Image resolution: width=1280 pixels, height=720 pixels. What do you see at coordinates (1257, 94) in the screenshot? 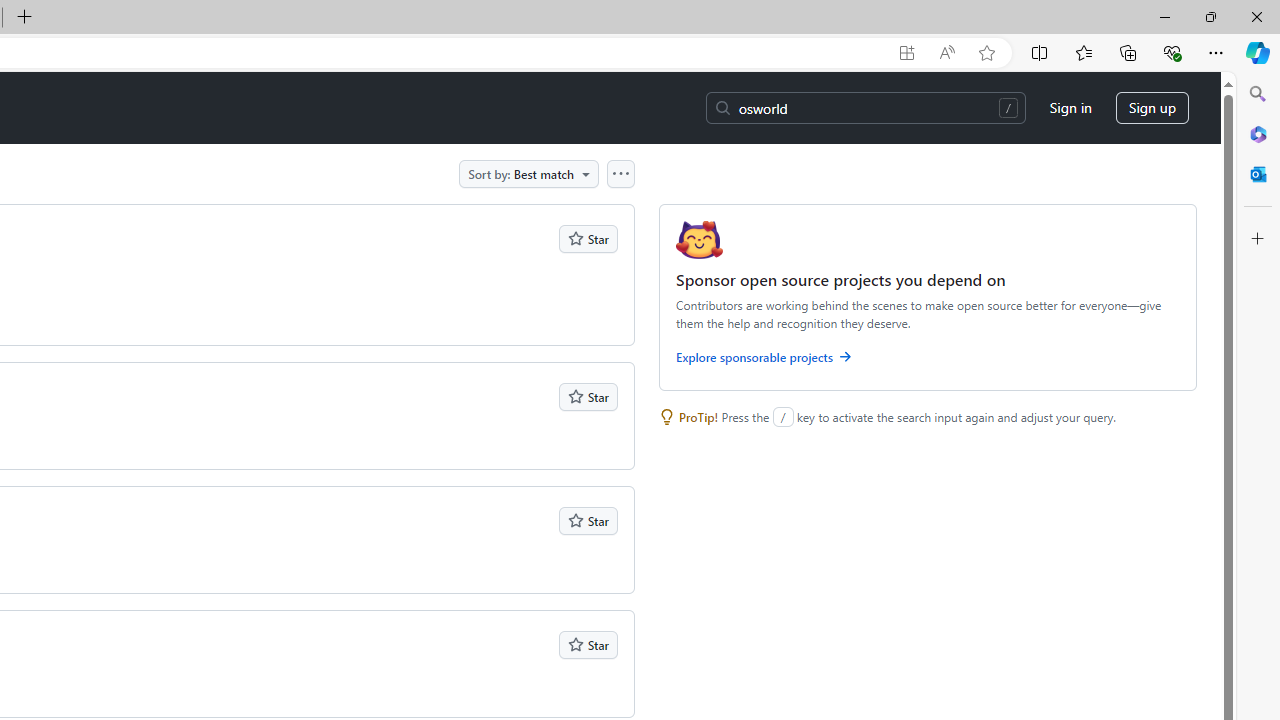
I see `'Search'` at bounding box center [1257, 94].